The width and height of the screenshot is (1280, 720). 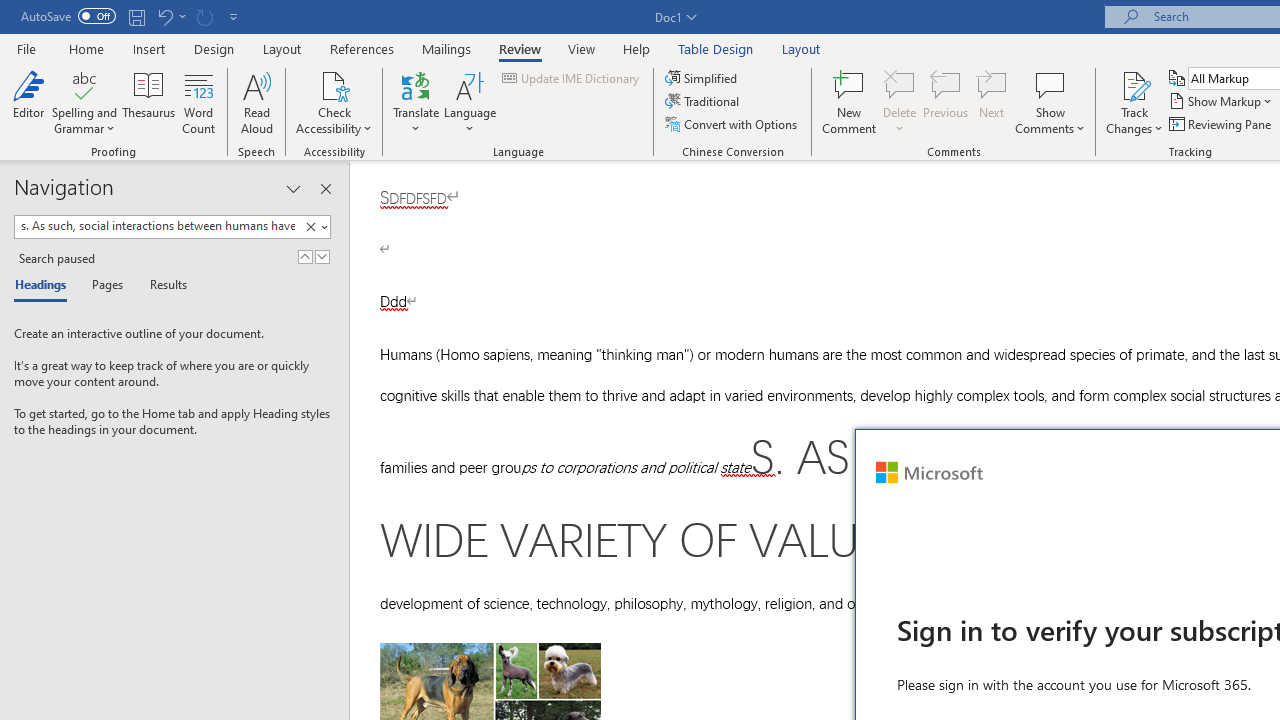 What do you see at coordinates (204, 16) in the screenshot?
I see `'Can'` at bounding box center [204, 16].